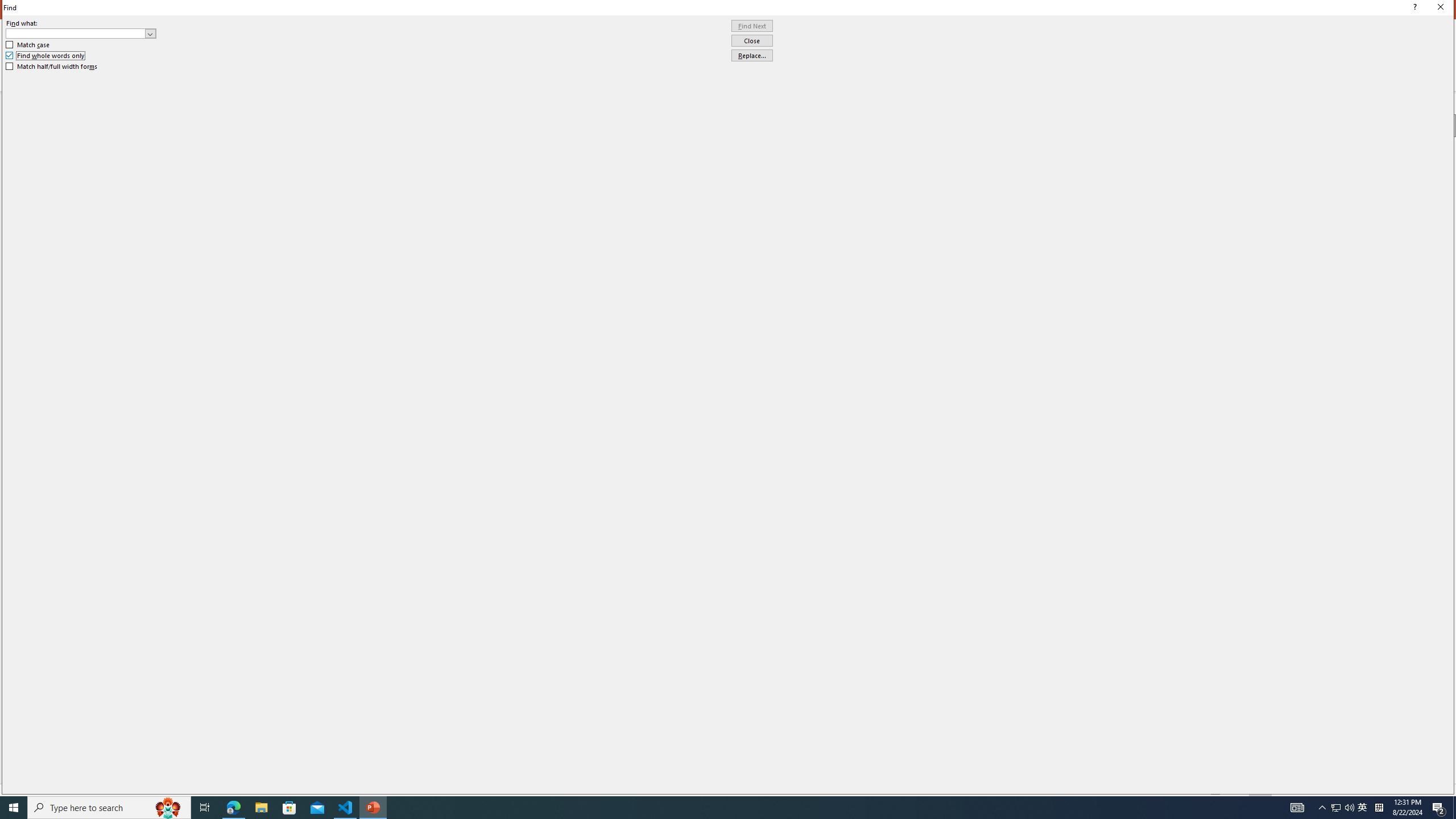  I want to click on 'Match case', so click(27, 44).